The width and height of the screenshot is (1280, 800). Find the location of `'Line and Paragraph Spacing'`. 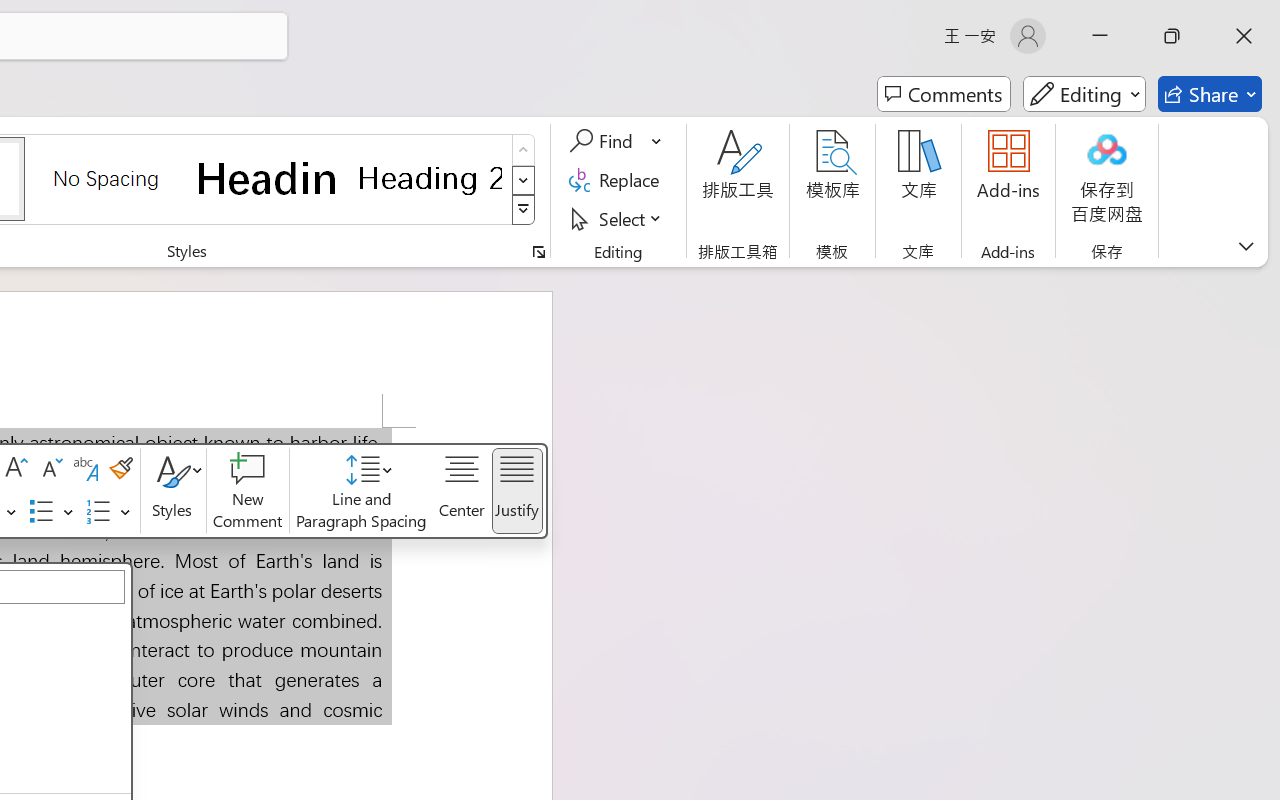

'Line and Paragraph Spacing' is located at coordinates (362, 491).